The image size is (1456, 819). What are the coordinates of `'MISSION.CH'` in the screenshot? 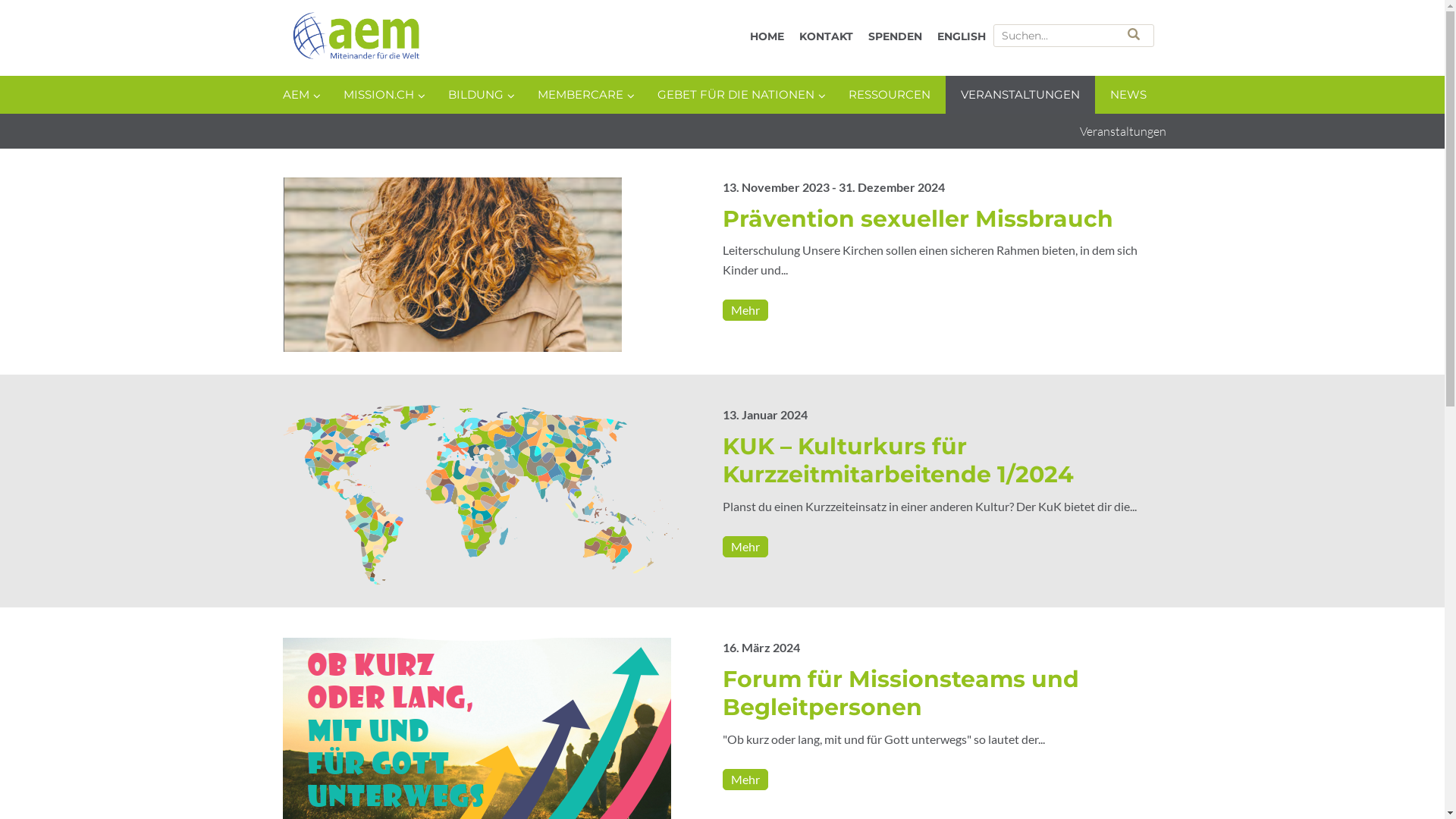 It's located at (379, 94).